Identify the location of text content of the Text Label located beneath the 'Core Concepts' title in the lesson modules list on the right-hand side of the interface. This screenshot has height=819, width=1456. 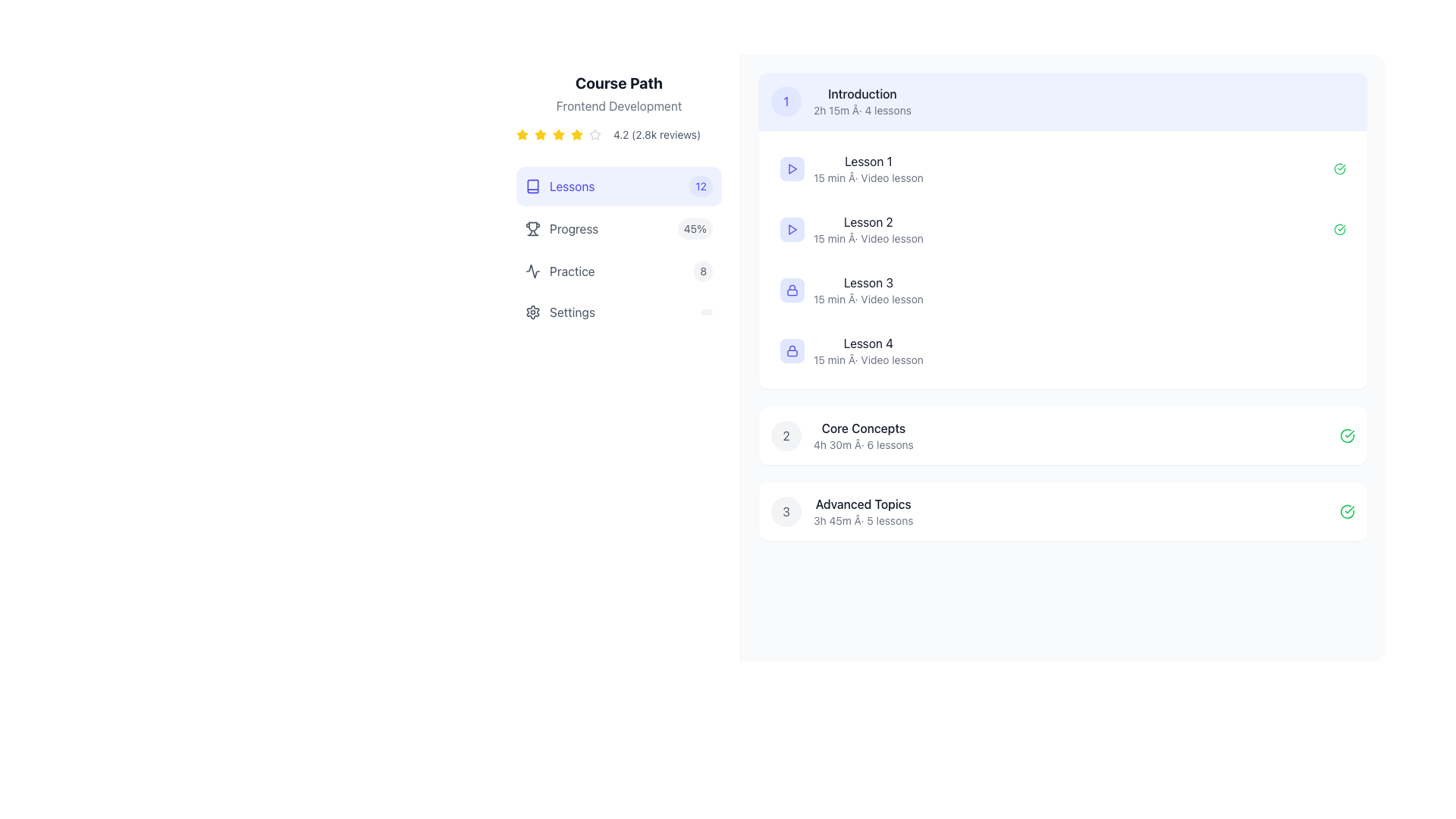
(863, 444).